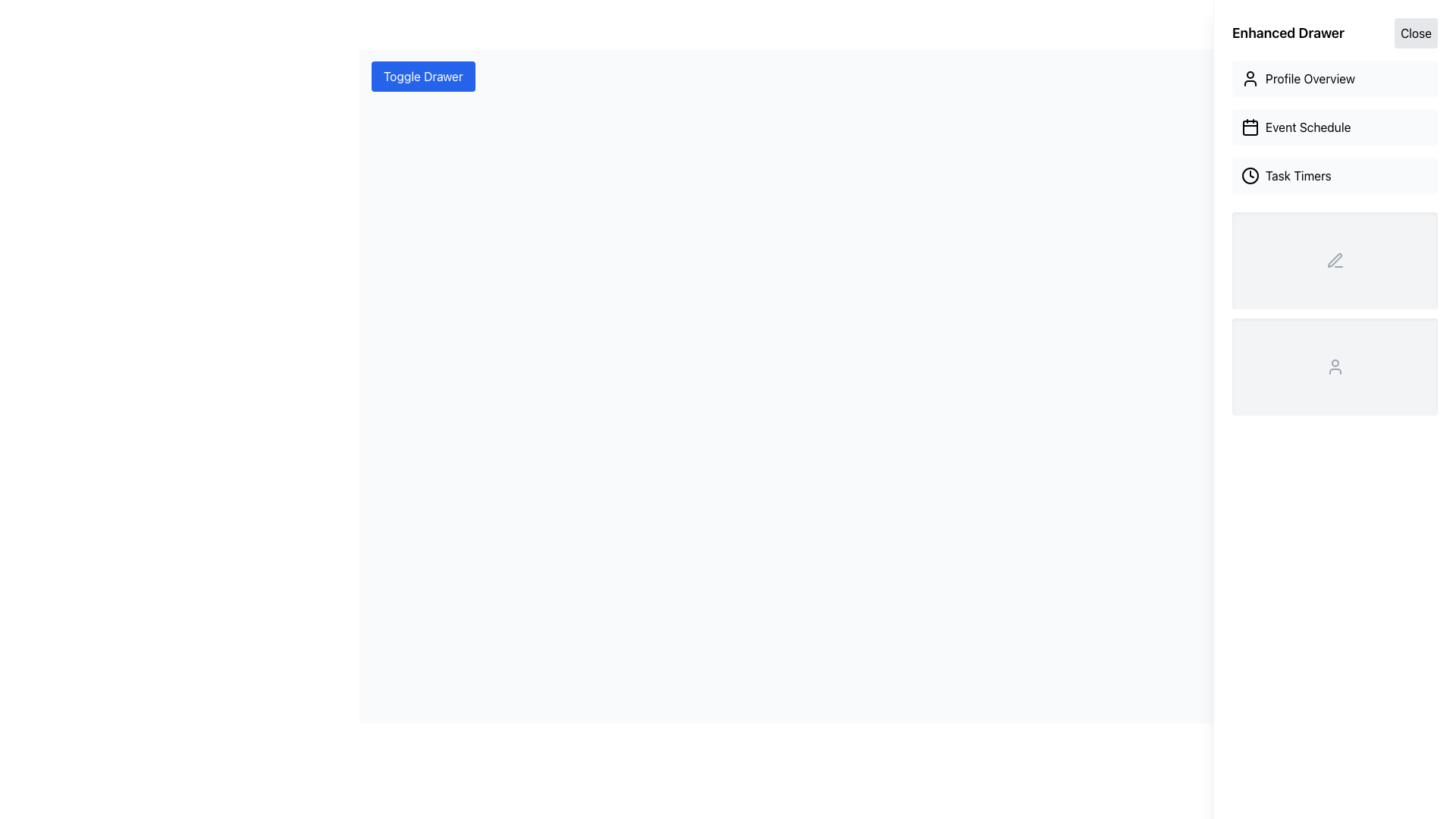  Describe the element at coordinates (1250, 174) in the screenshot. I see `the circular border of the clock icon located to the left of the 'Task Timers' text, which is the third item under the 'Enhanced Drawer' heading in the right-hand sidebar` at that location.